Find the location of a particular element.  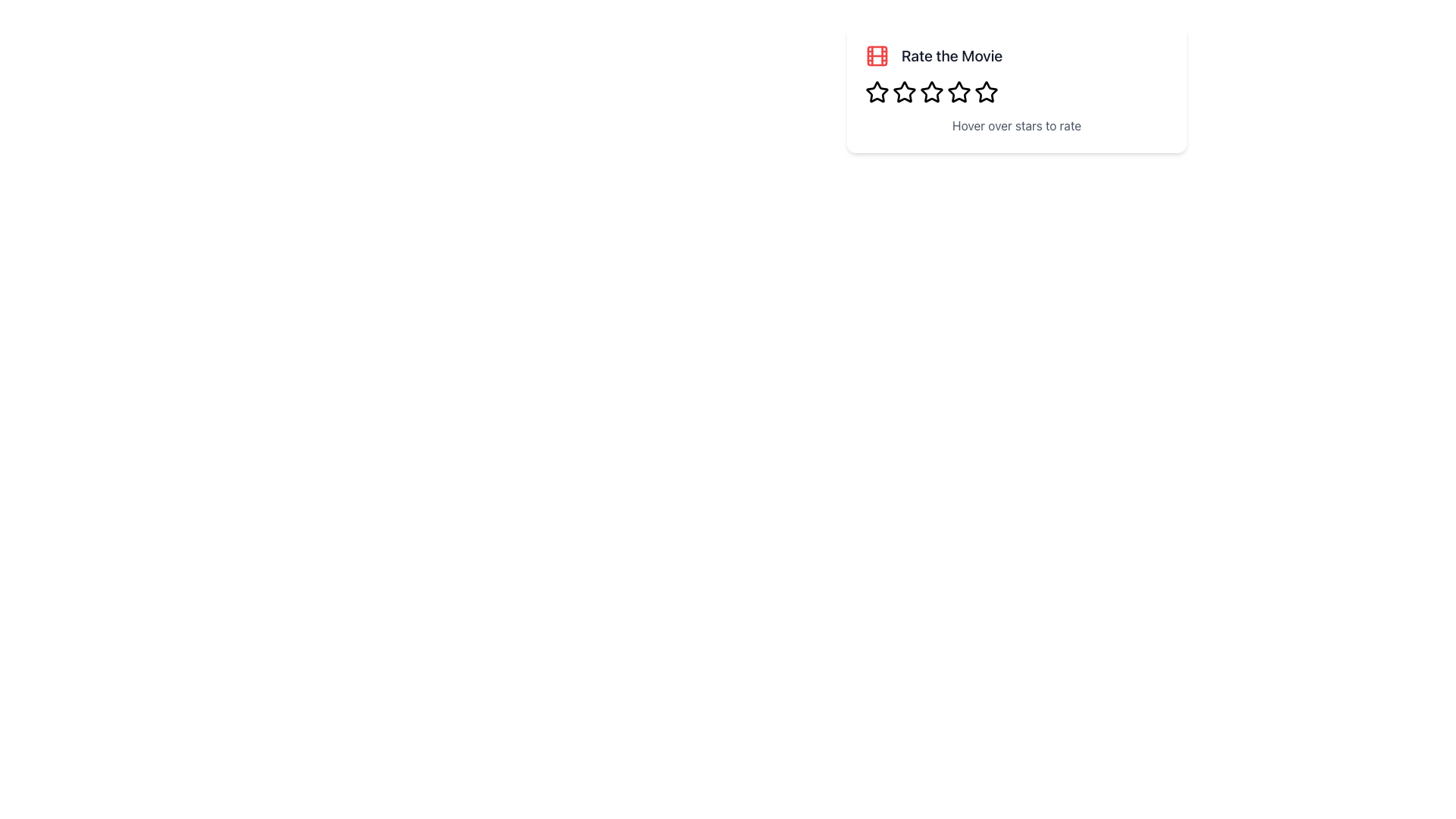

the second star icon is located at coordinates (930, 92).